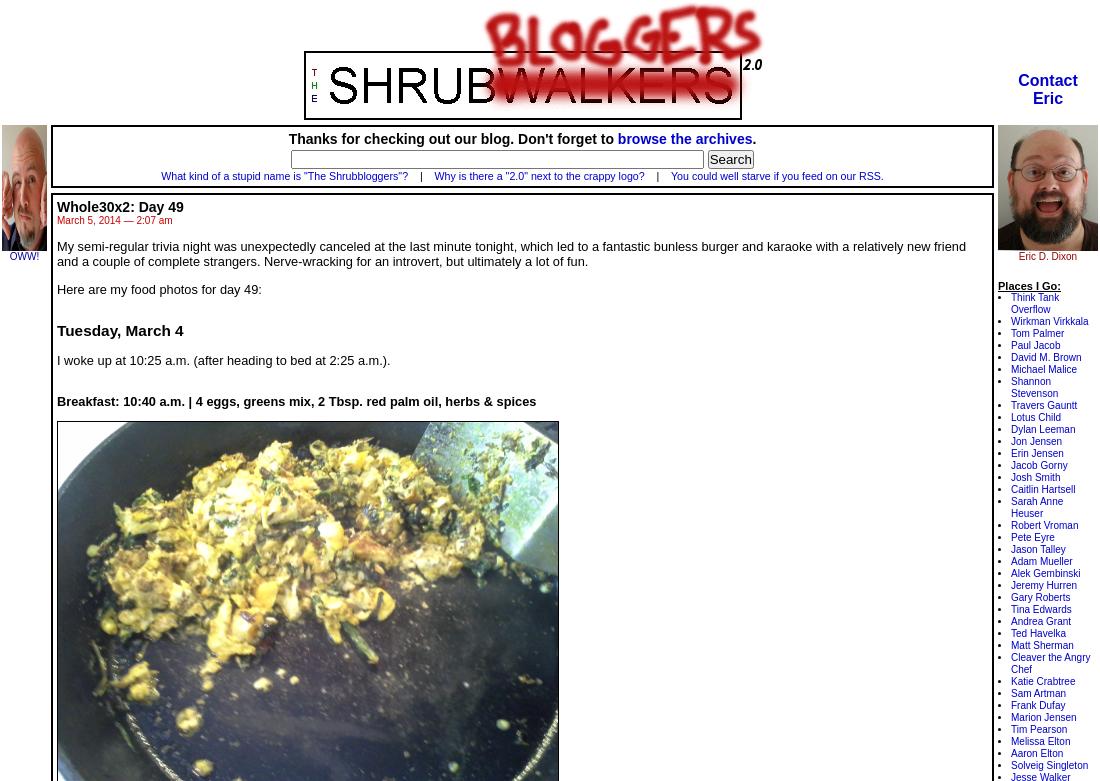 The height and width of the screenshot is (781, 1100). I want to click on 'Alek Gembinski', so click(1045, 573).